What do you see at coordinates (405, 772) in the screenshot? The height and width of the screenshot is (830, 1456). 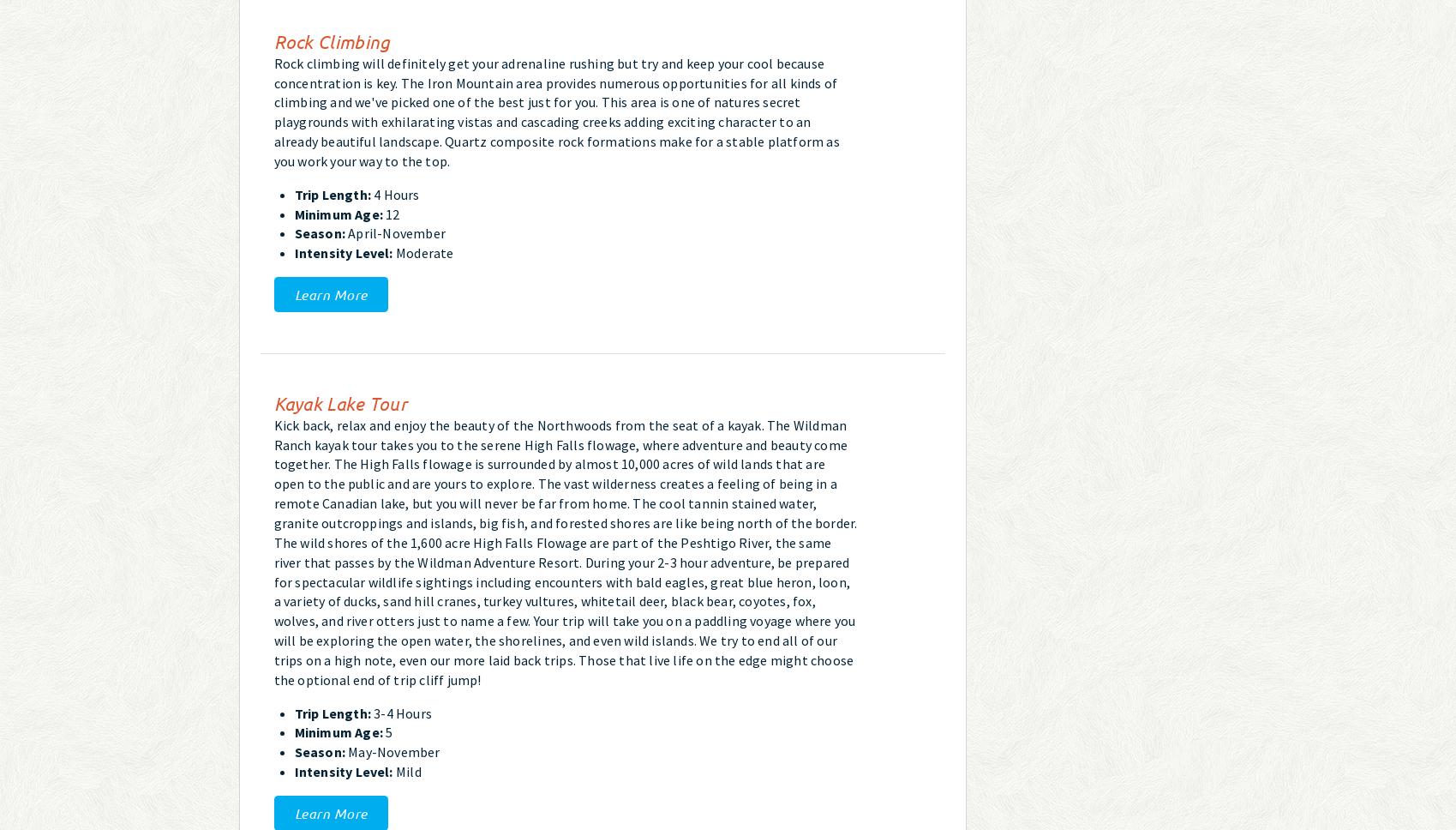 I see `'Mild'` at bounding box center [405, 772].